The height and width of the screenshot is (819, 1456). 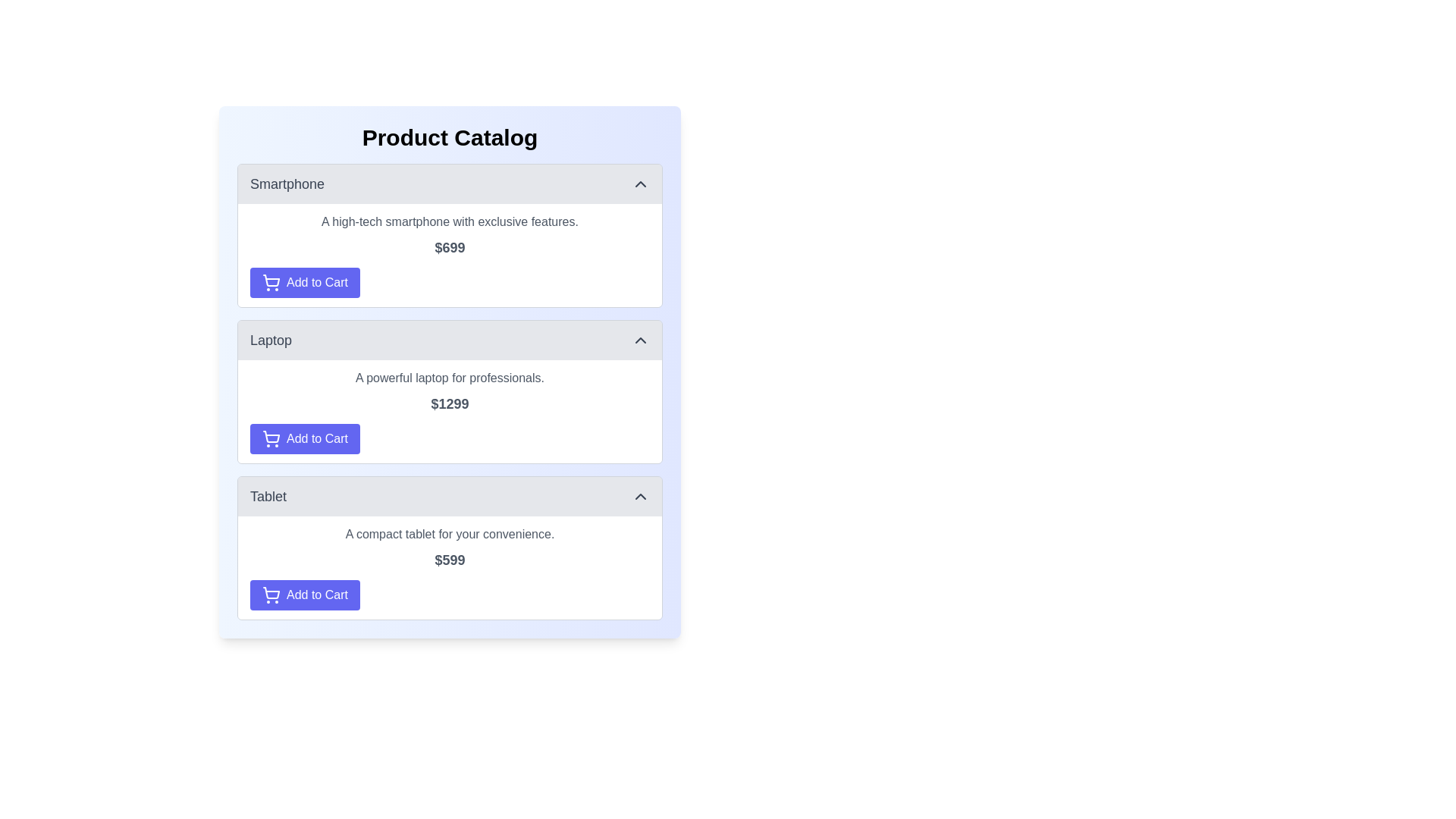 I want to click on the Chevron Collapse/Expand Button located on the rightmost side of the 'Laptop' section, so click(x=640, y=339).